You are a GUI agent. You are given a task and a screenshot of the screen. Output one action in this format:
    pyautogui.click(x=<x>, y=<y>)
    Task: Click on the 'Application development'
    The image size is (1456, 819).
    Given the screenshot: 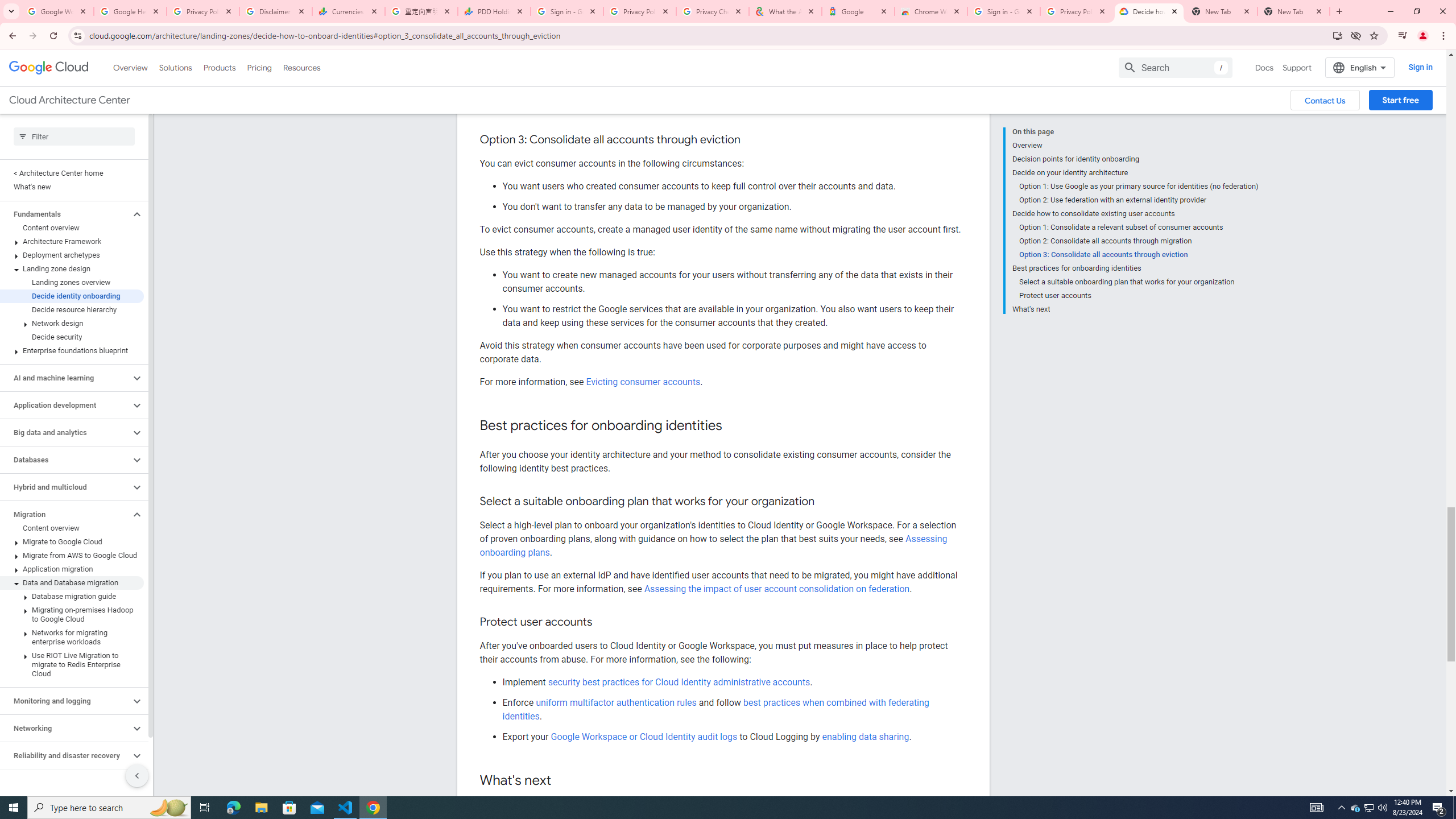 What is the action you would take?
    pyautogui.click(x=64, y=405)
    